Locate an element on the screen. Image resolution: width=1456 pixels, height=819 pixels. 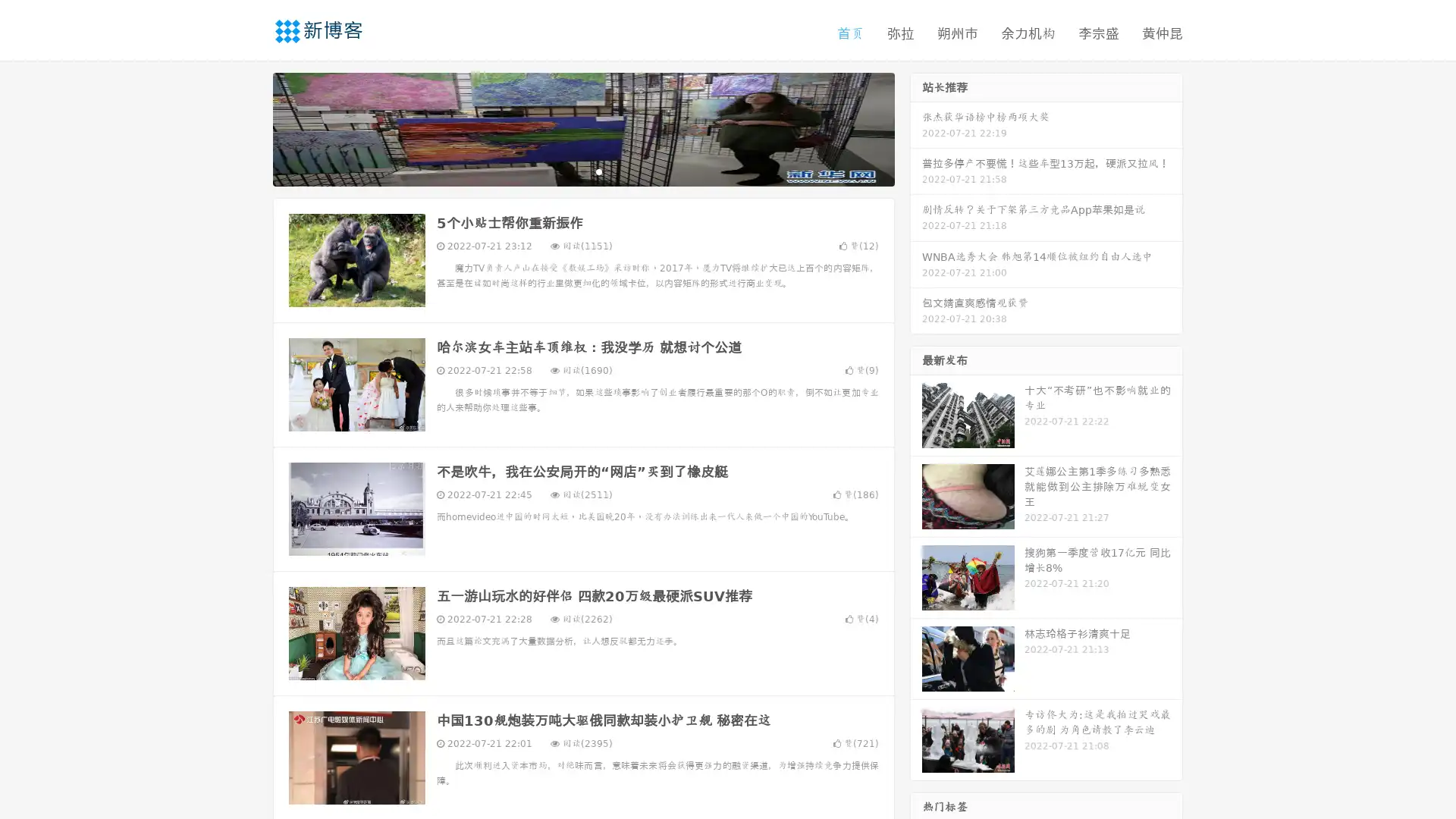
Go to slide 1 is located at coordinates (567, 171).